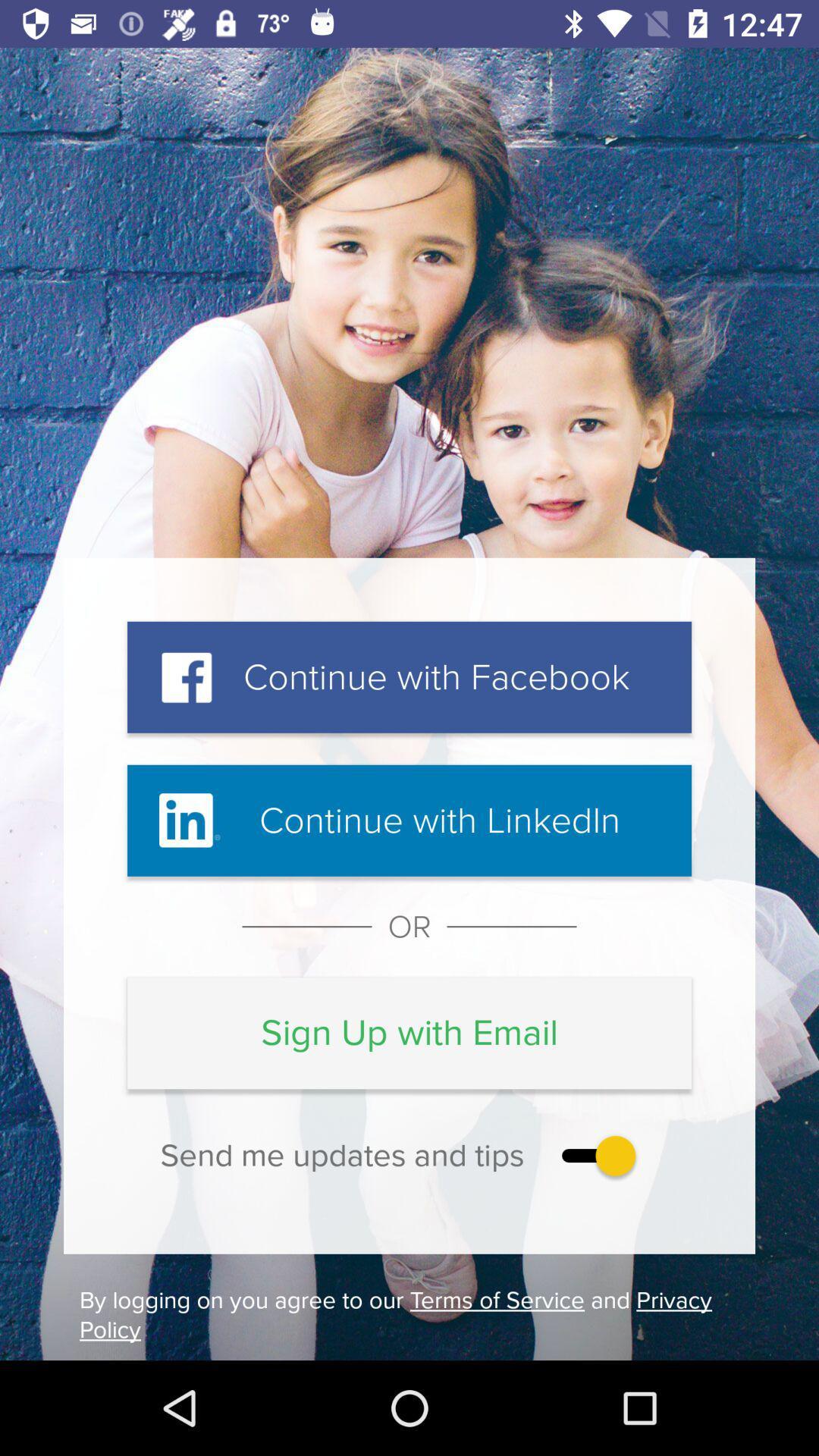 This screenshot has height=1456, width=819. What do you see at coordinates (409, 1314) in the screenshot?
I see `the by logging on icon` at bounding box center [409, 1314].